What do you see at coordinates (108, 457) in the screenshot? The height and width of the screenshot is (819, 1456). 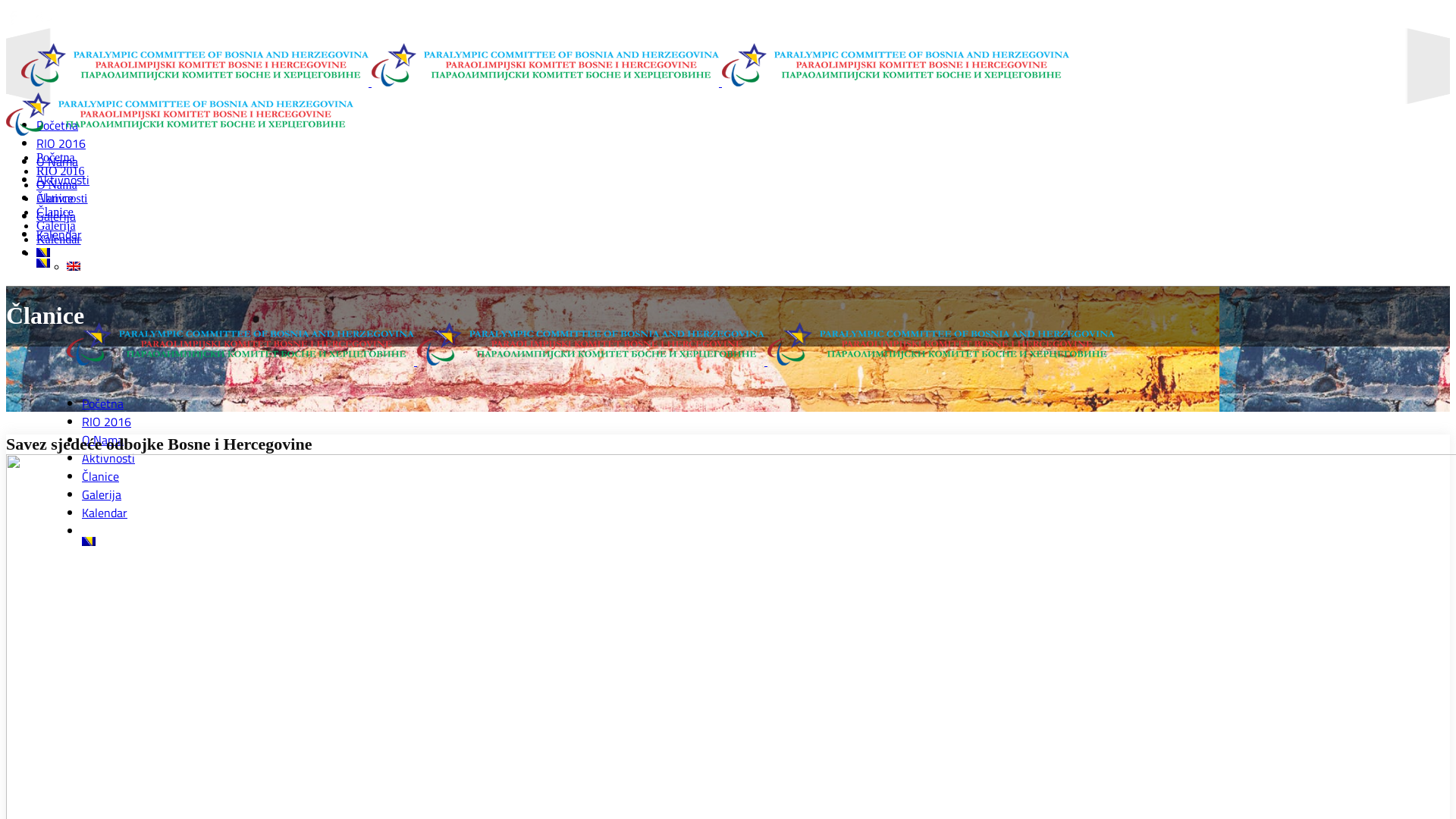 I see `'Aktivnosti'` at bounding box center [108, 457].